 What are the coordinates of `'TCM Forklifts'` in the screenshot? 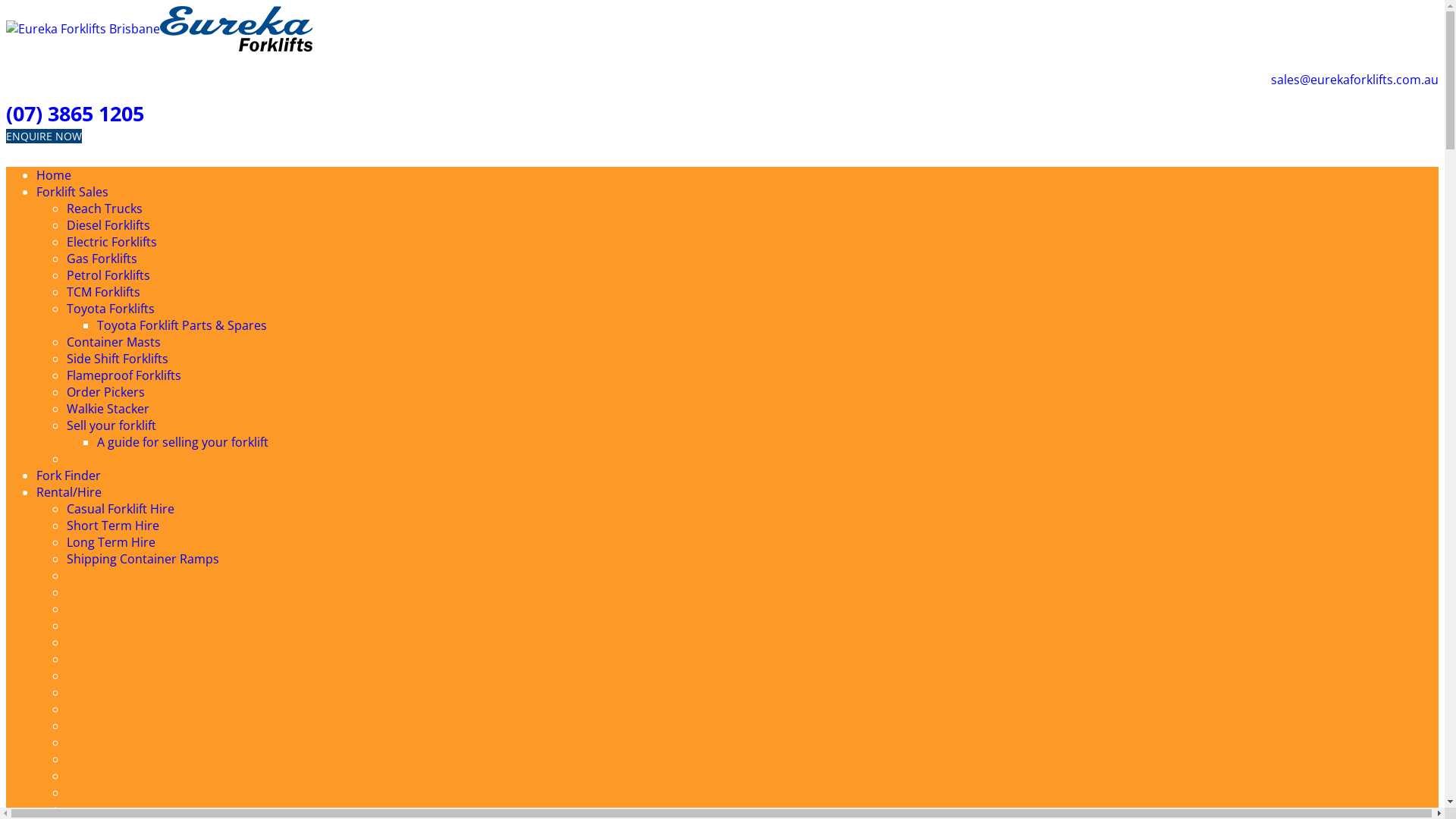 It's located at (102, 292).